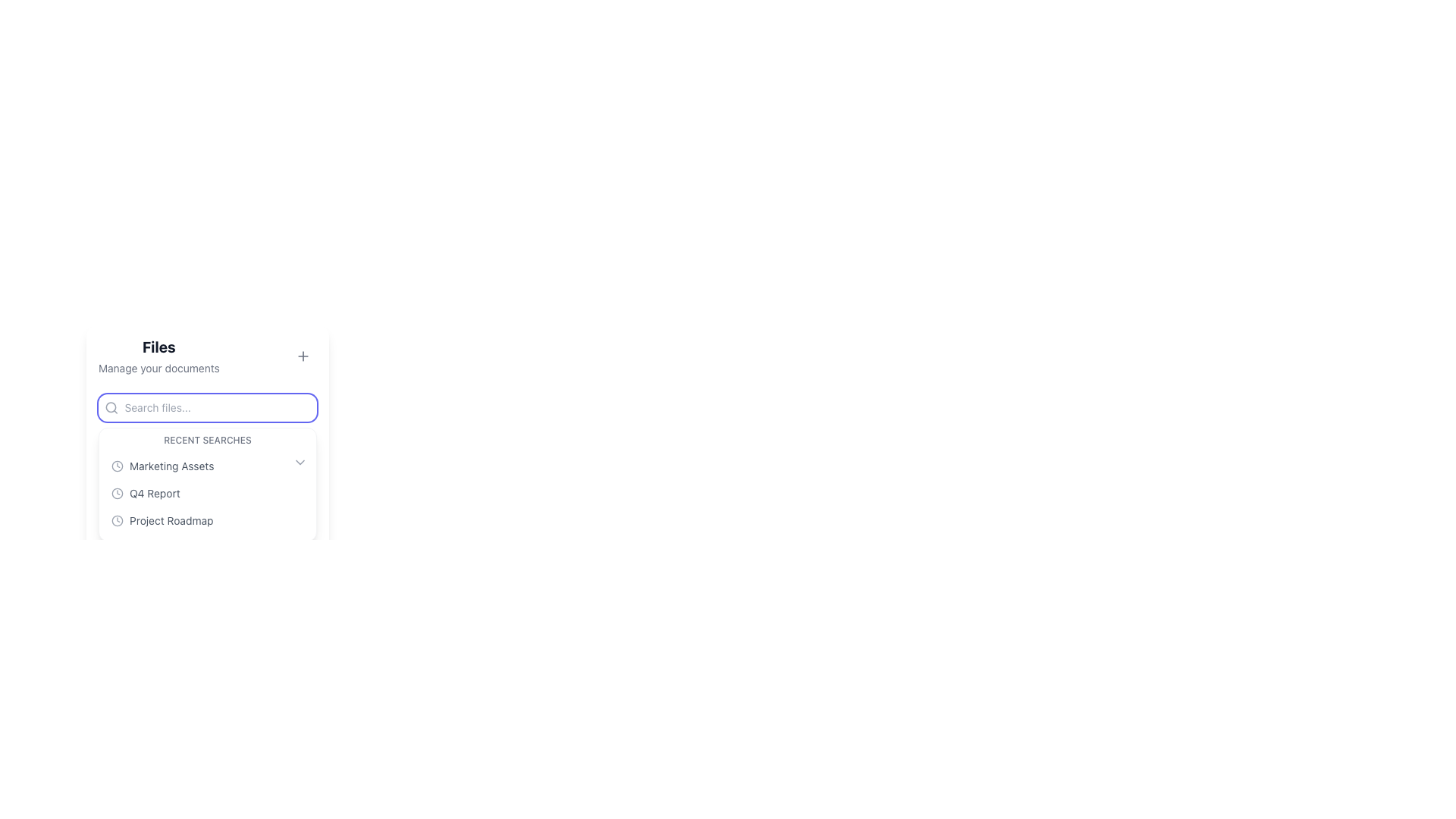  I want to click on the 'Add' or 'Create' button located at the top-right corner of the 'Files' section, adjacent to the text 'Manage your documents', so click(303, 356).